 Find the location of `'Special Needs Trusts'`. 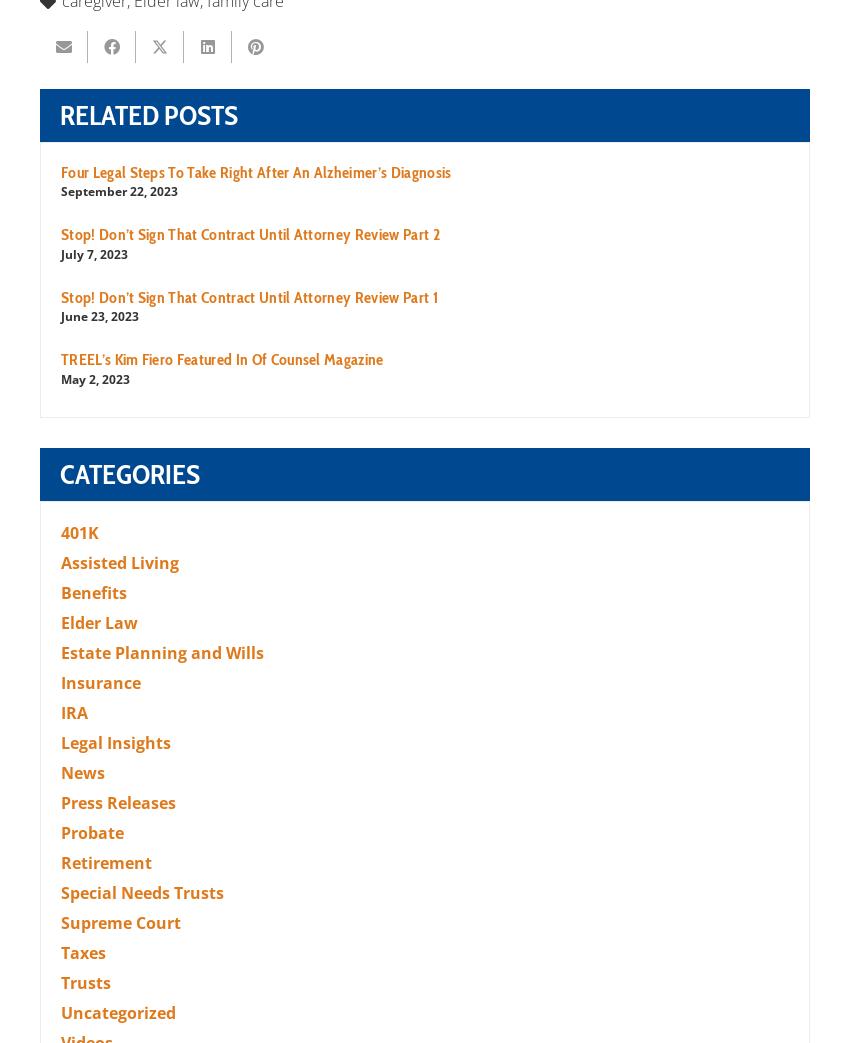

'Special Needs Trusts' is located at coordinates (142, 893).